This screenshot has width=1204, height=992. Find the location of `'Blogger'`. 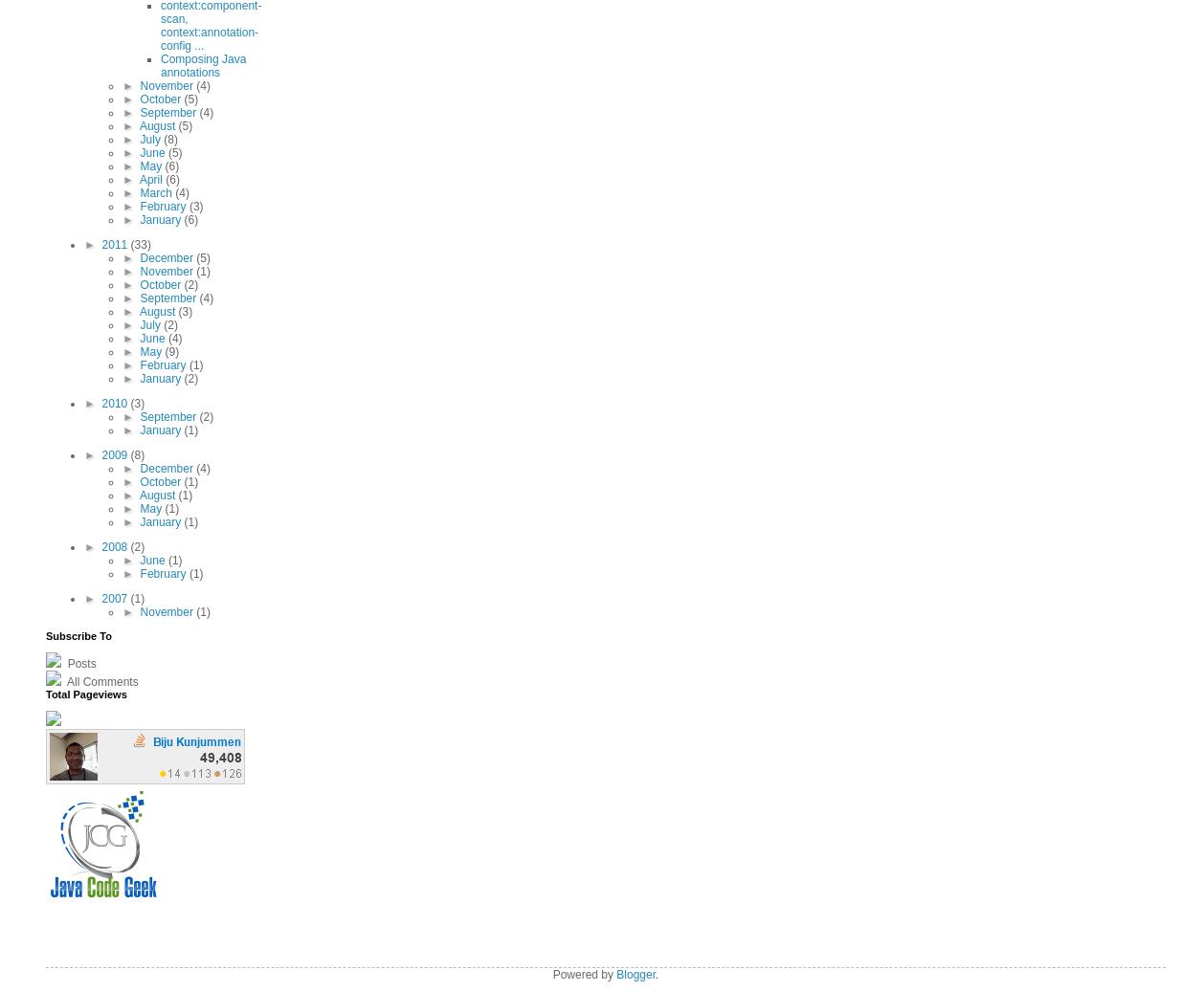

'Blogger' is located at coordinates (635, 974).